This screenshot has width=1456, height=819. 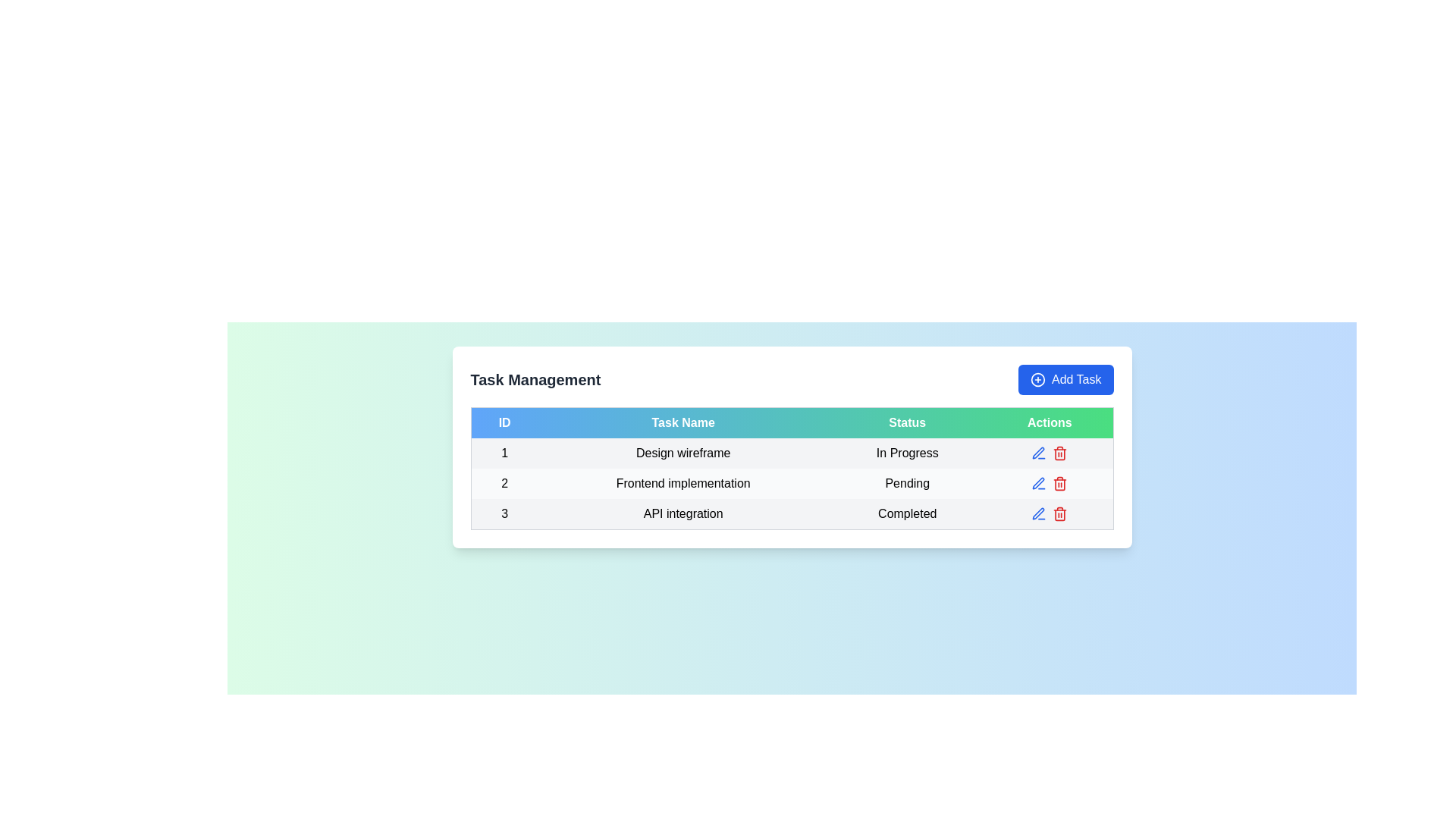 What do you see at coordinates (791, 483) in the screenshot?
I see `the second table row containing the task with ID '2', Task Name 'Frontend implementation', and Status 'Pending'` at bounding box center [791, 483].